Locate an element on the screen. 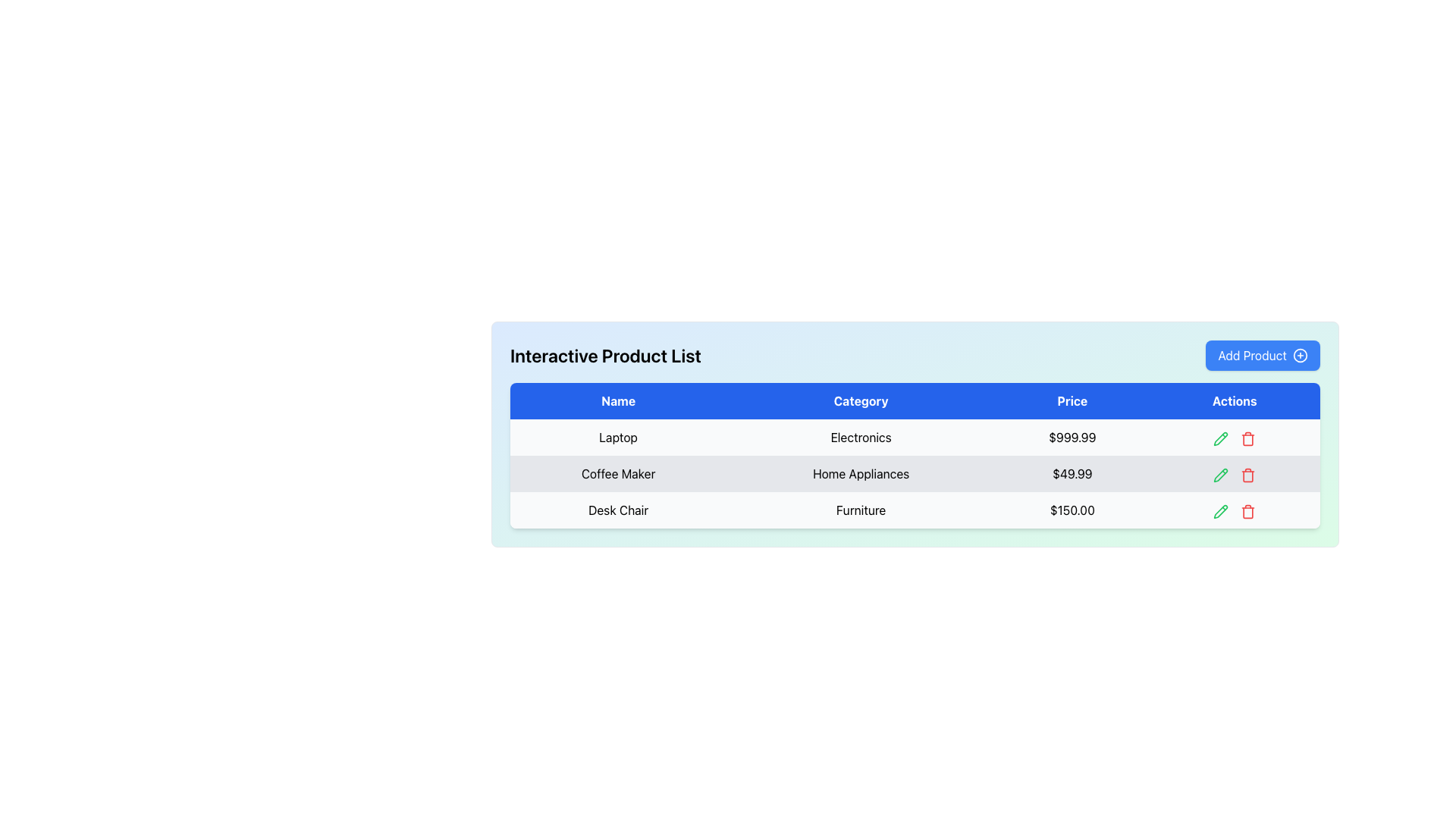 The height and width of the screenshot is (819, 1456). the static text displaying the price of the 'Coffee Maker' item in the product list, located in the 'Price' column of the corresponding row is located at coordinates (1072, 472).